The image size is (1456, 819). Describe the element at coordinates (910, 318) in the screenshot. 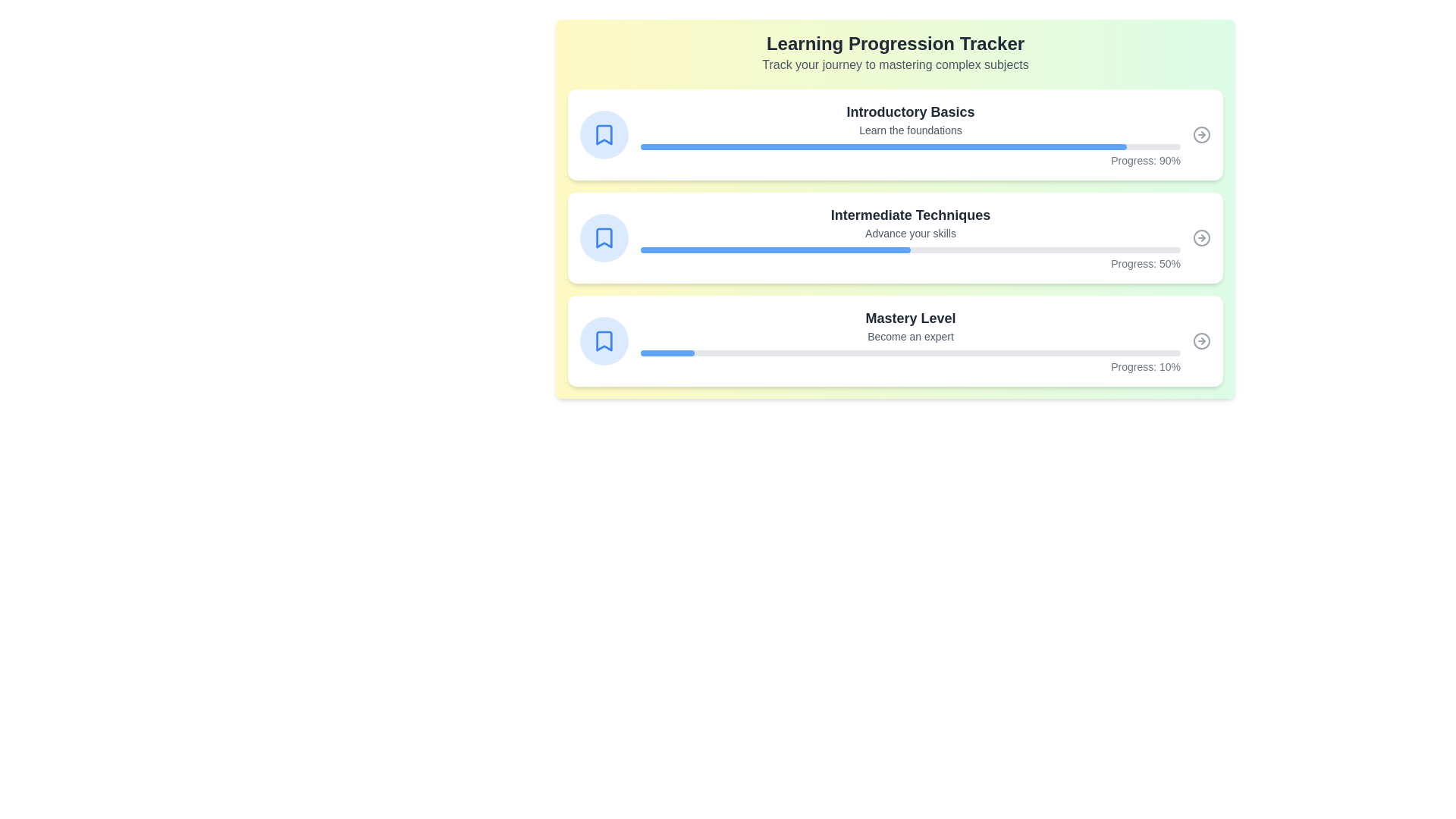

I see `the header Text Label that indicates the level or title for the progress-tracking block, positioned above the text 'Become an expert' and the progress bar in the third progress block` at that location.